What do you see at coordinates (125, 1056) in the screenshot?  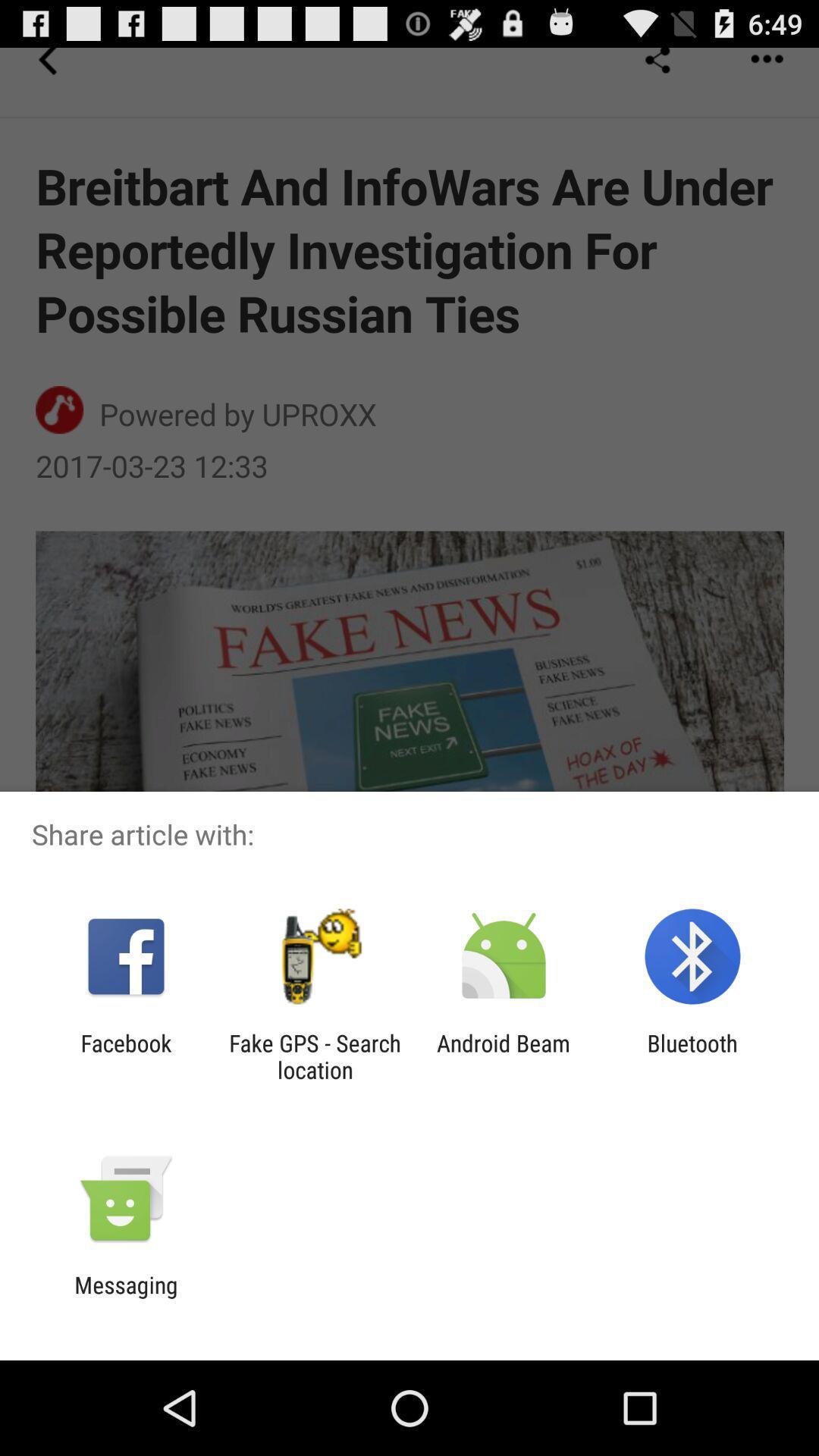 I see `the icon next to the fake gps search icon` at bounding box center [125, 1056].